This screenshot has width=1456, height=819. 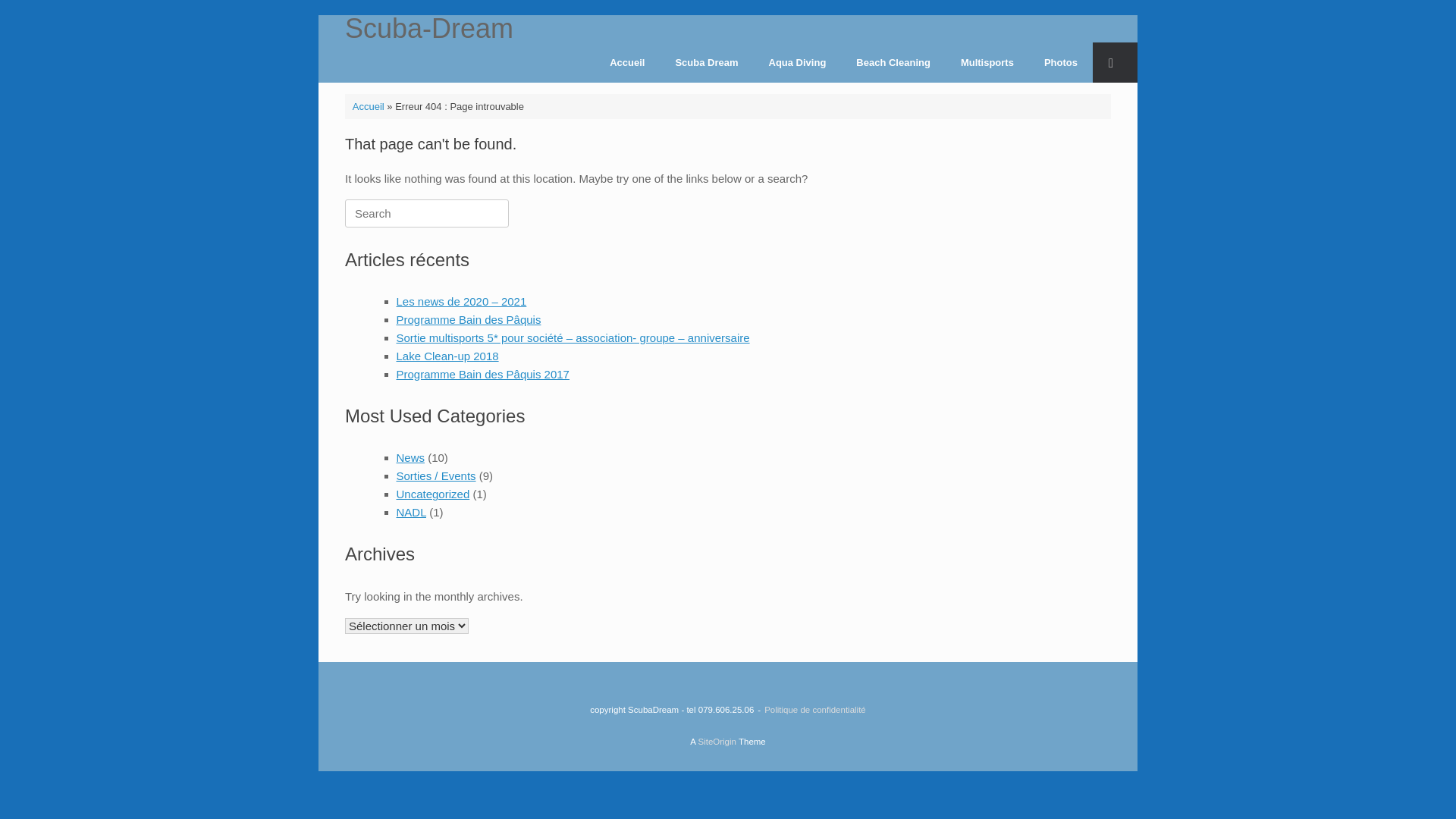 What do you see at coordinates (410, 512) in the screenshot?
I see `'NADL'` at bounding box center [410, 512].